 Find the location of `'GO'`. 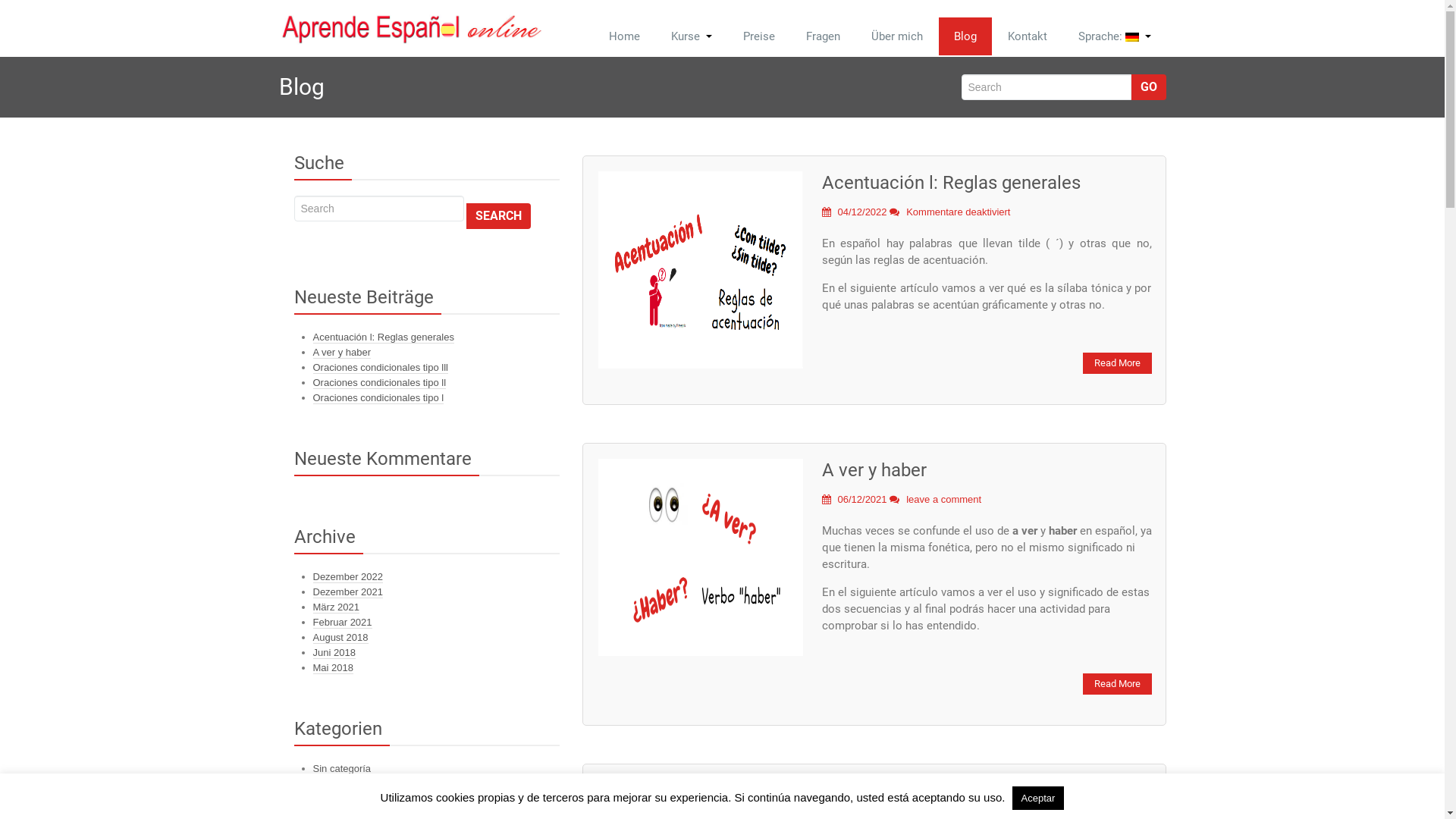

'GO' is located at coordinates (1131, 87).